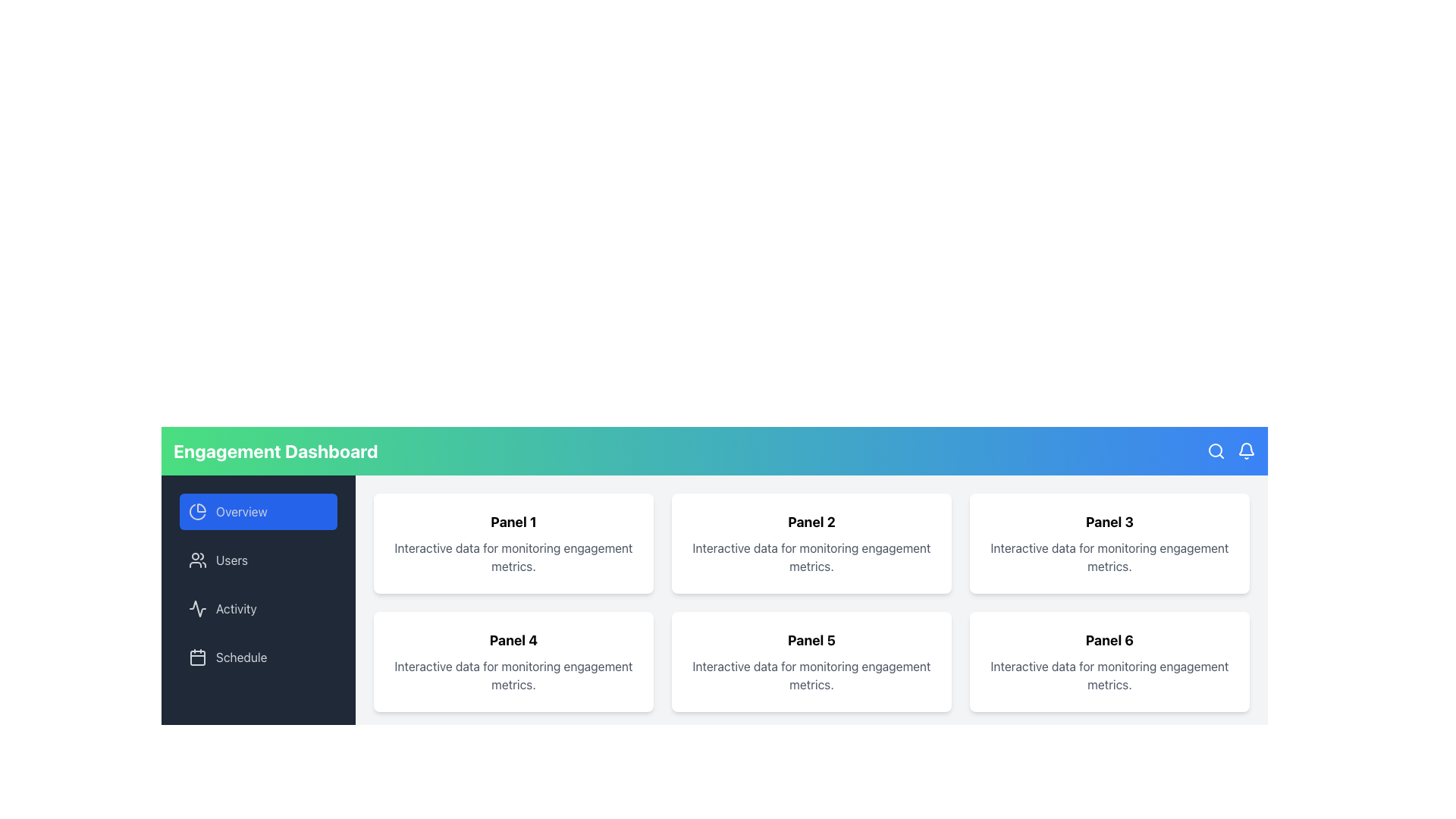  What do you see at coordinates (196, 657) in the screenshot?
I see `the icon located in the sidebar next to the 'Schedule' text` at bounding box center [196, 657].